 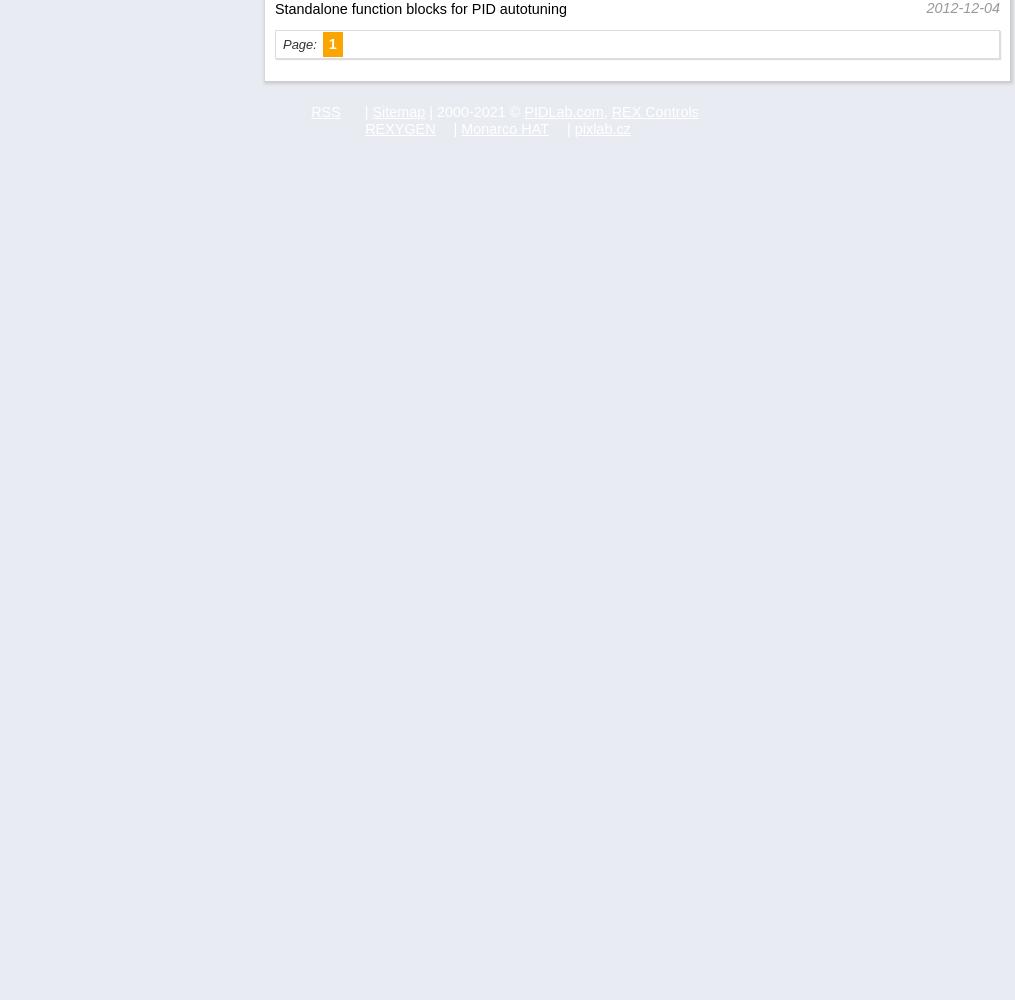 What do you see at coordinates (610, 110) in the screenshot?
I see `'REX Controls'` at bounding box center [610, 110].